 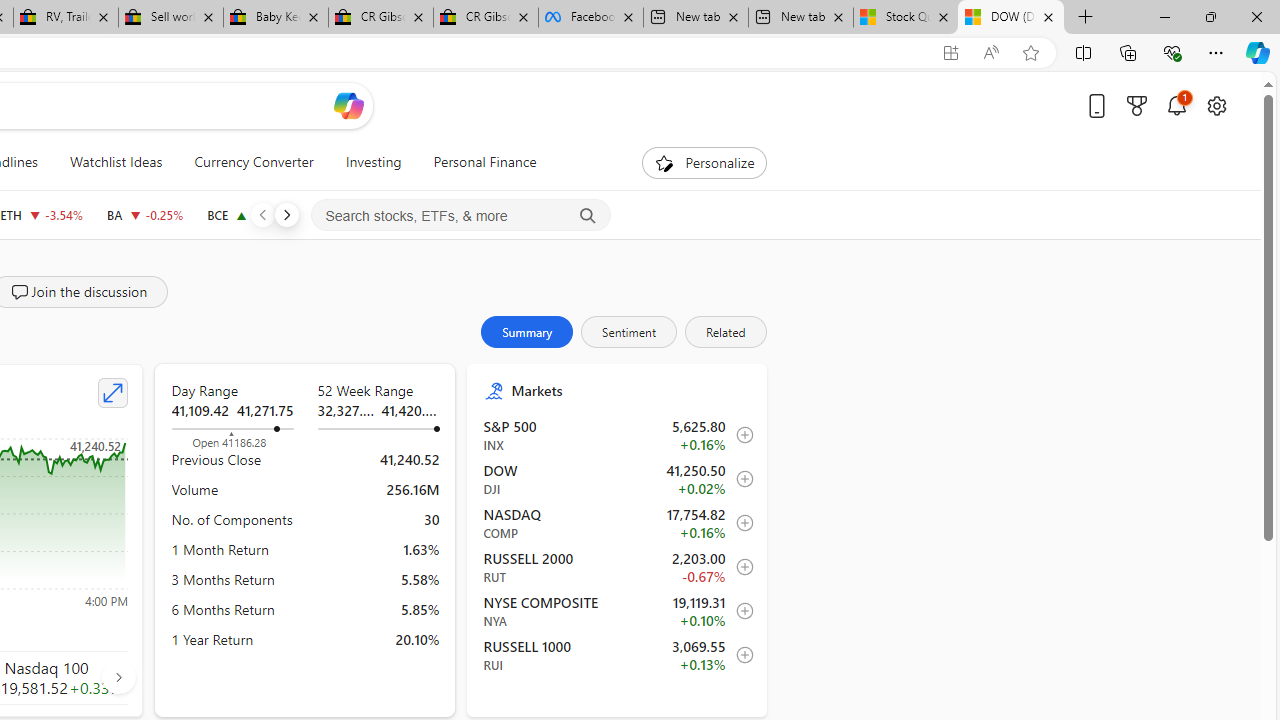 What do you see at coordinates (724, 330) in the screenshot?
I see `'Related'` at bounding box center [724, 330].